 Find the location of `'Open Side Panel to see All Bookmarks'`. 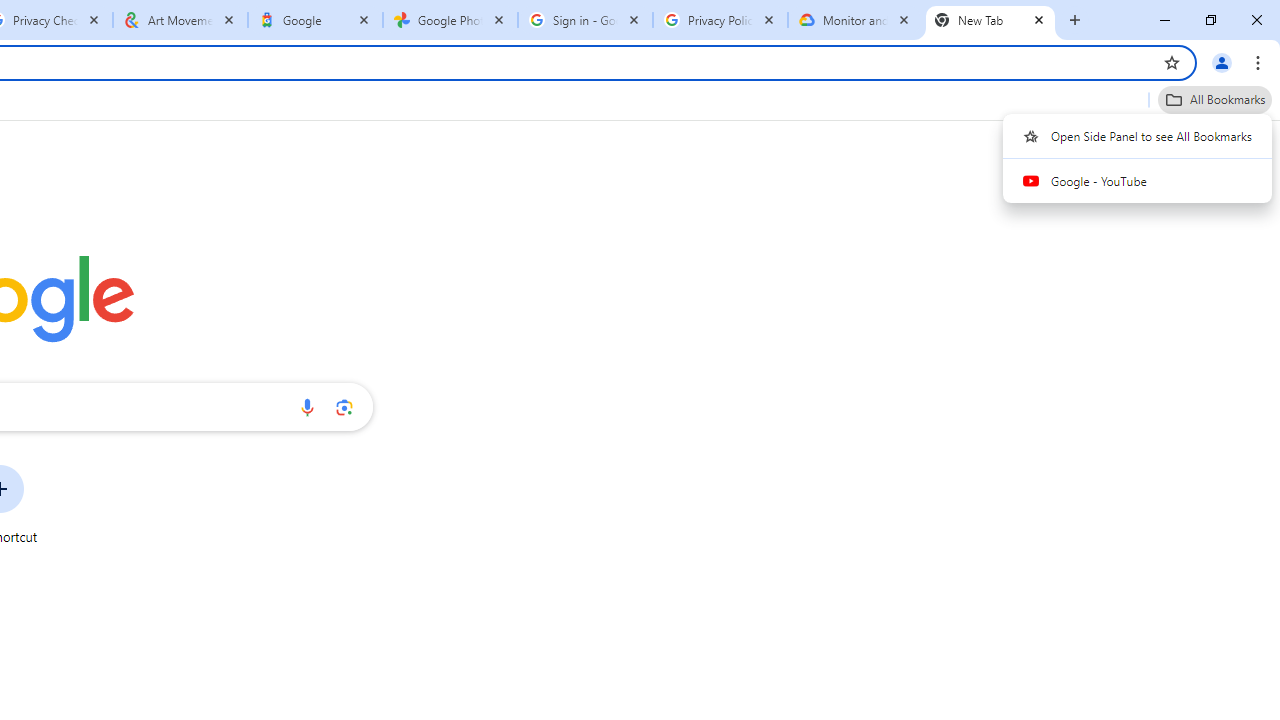

'Open Side Panel to see All Bookmarks' is located at coordinates (1137, 135).